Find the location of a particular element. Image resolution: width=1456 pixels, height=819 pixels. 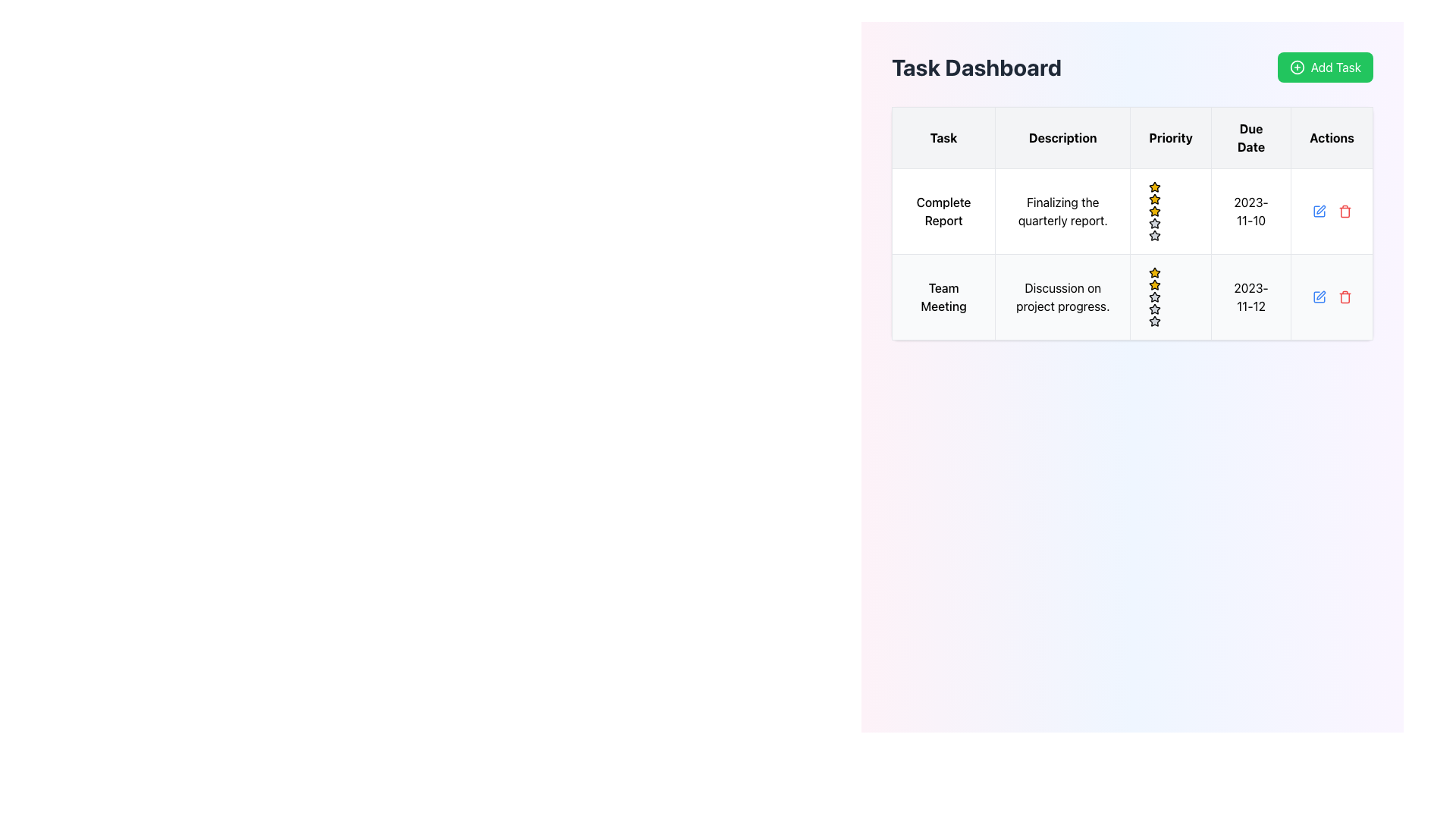

the Table Header Cell indicating 'Due Date' in the fourth column of the table header is located at coordinates (1251, 137).